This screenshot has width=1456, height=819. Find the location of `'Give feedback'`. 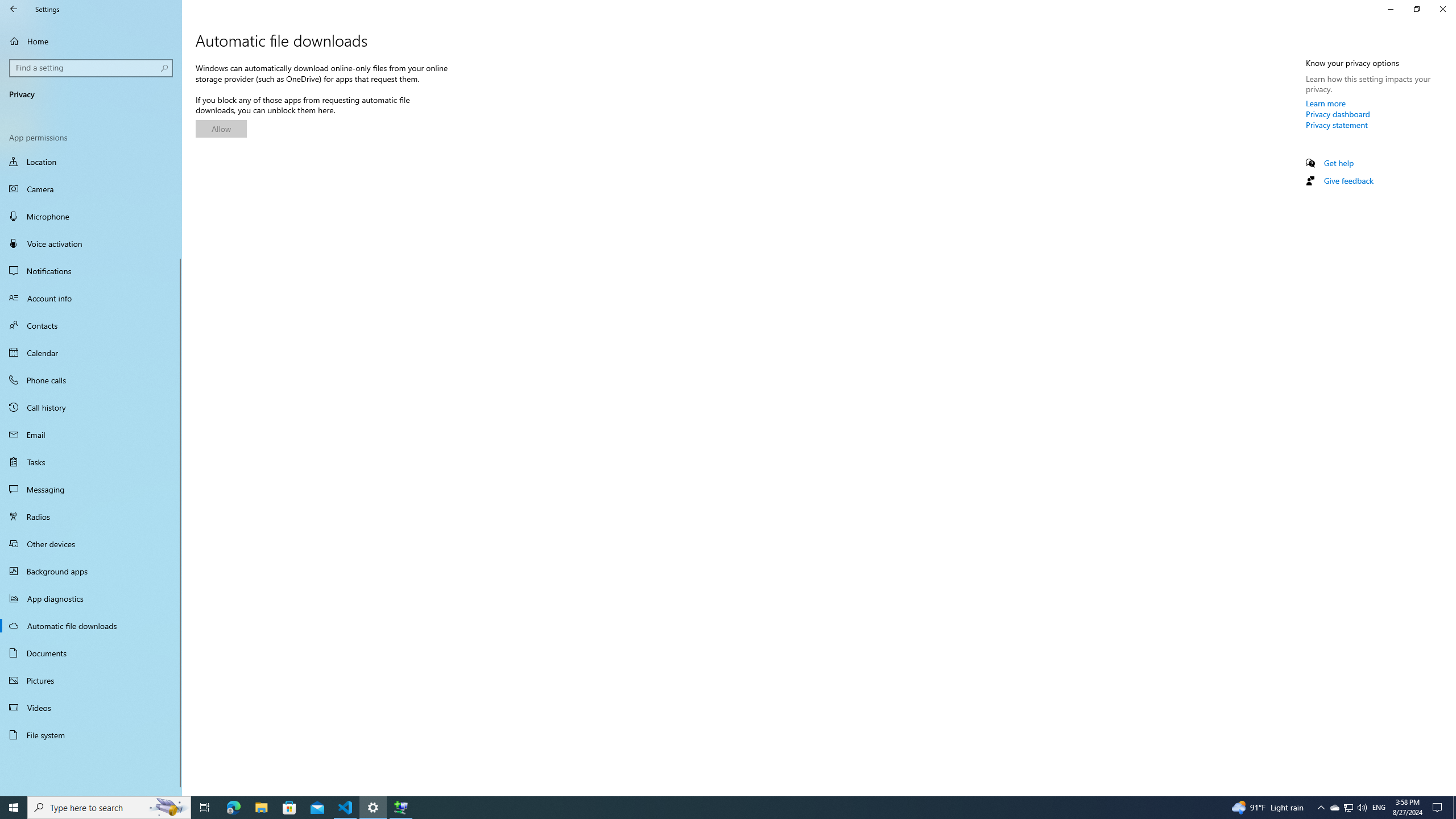

'Give feedback' is located at coordinates (1347, 180).